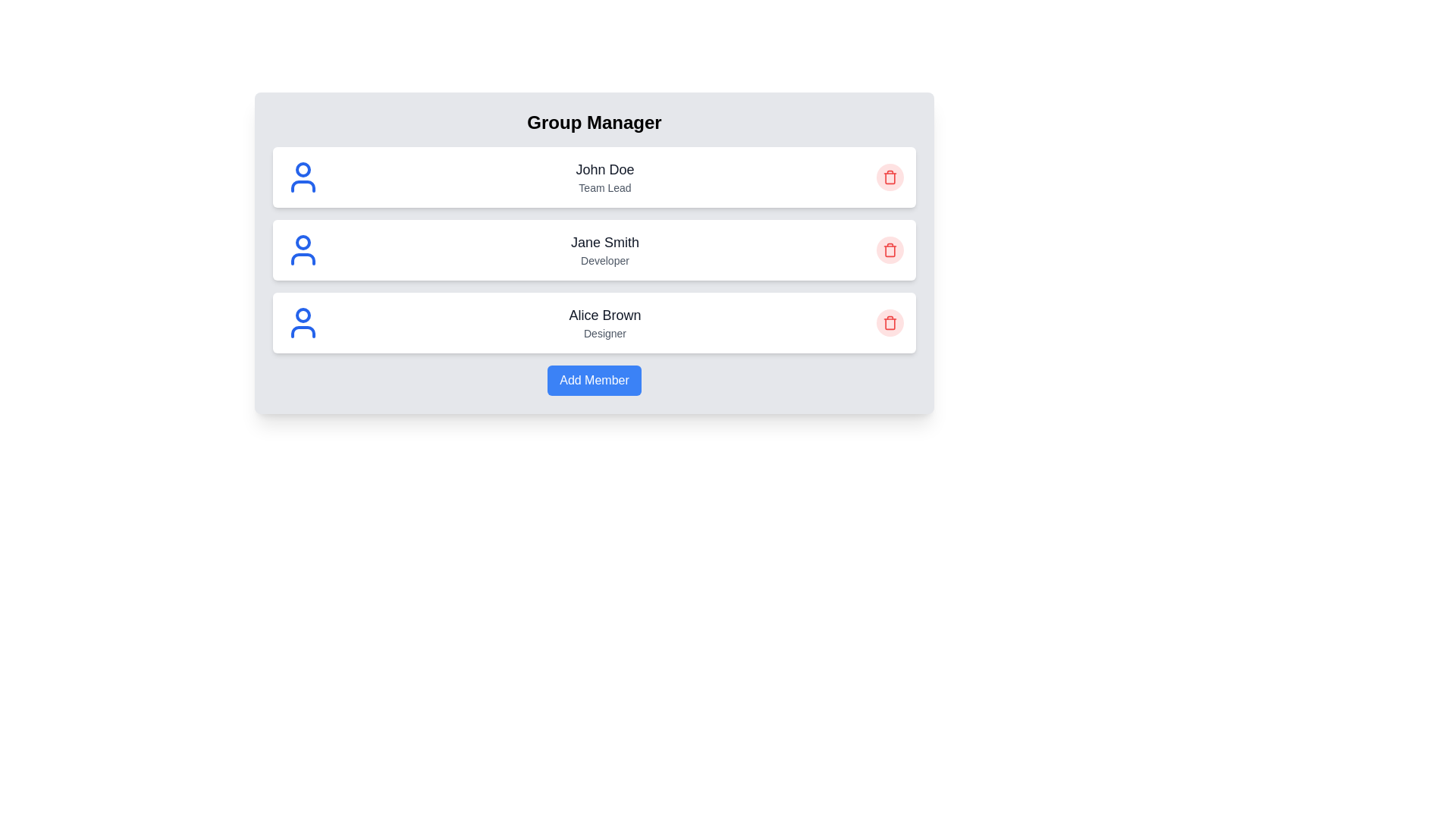 This screenshot has width=1456, height=819. What do you see at coordinates (303, 259) in the screenshot?
I see `the lower portion of the blue user icon representing 'Jane Smith' in the second row of the user cards list` at bounding box center [303, 259].